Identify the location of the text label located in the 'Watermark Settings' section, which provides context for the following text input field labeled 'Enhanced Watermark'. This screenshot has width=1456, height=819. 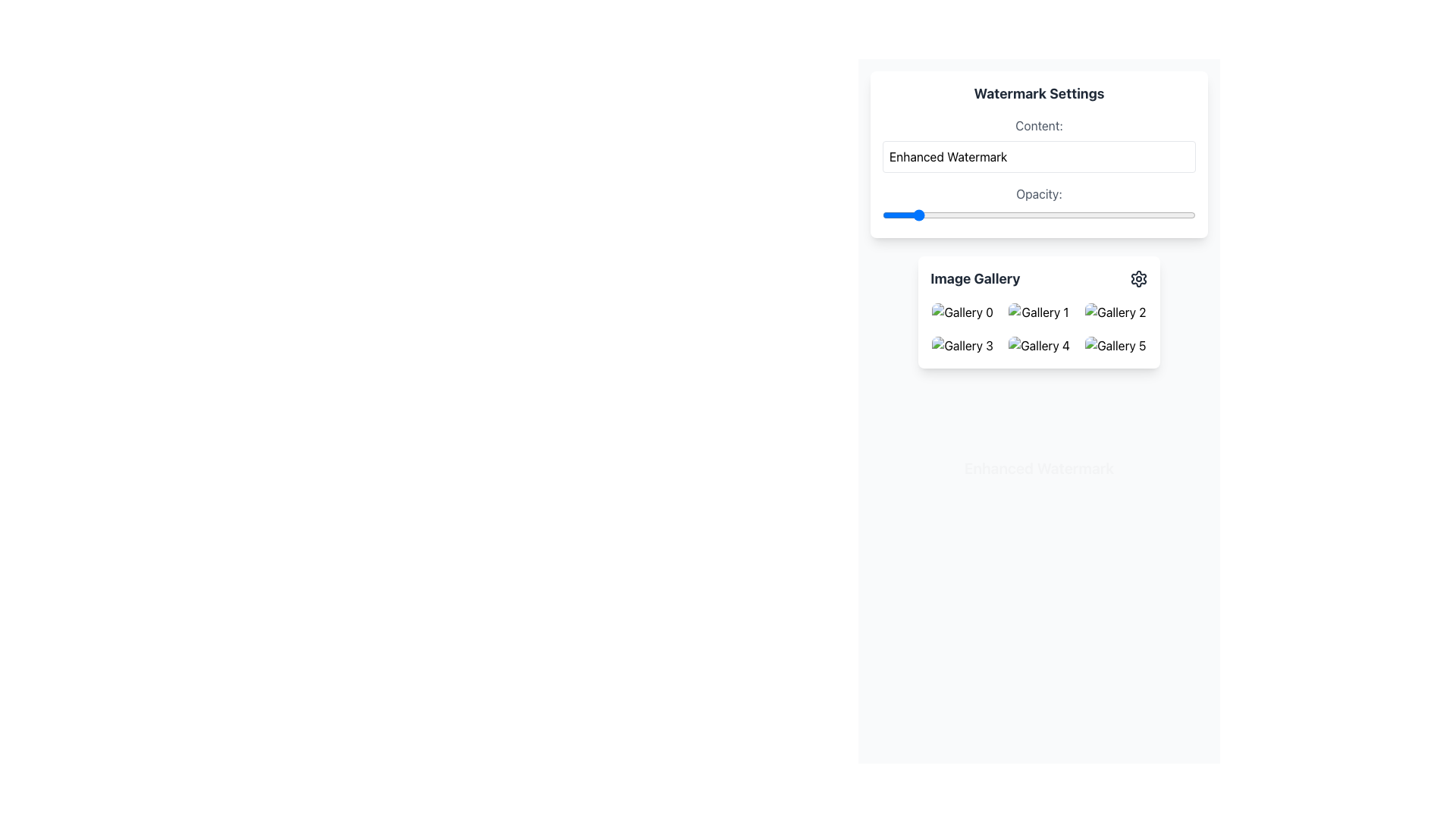
(1038, 124).